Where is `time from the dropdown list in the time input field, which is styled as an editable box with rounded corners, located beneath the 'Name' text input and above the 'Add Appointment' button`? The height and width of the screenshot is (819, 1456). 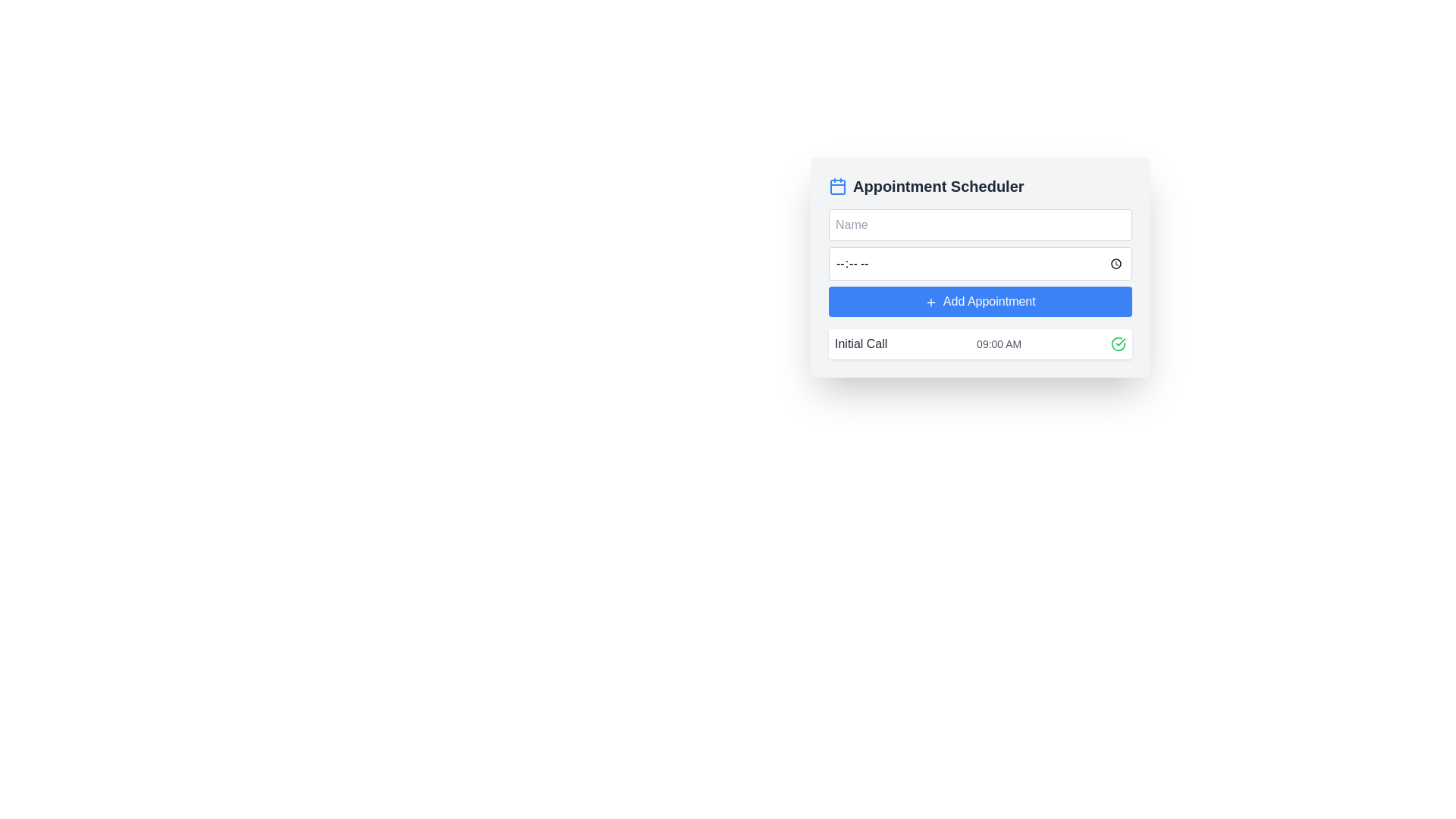 time from the dropdown list in the time input field, which is styled as an editable box with rounded corners, located beneath the 'Name' text input and above the 'Add Appointment' button is located at coordinates (980, 262).